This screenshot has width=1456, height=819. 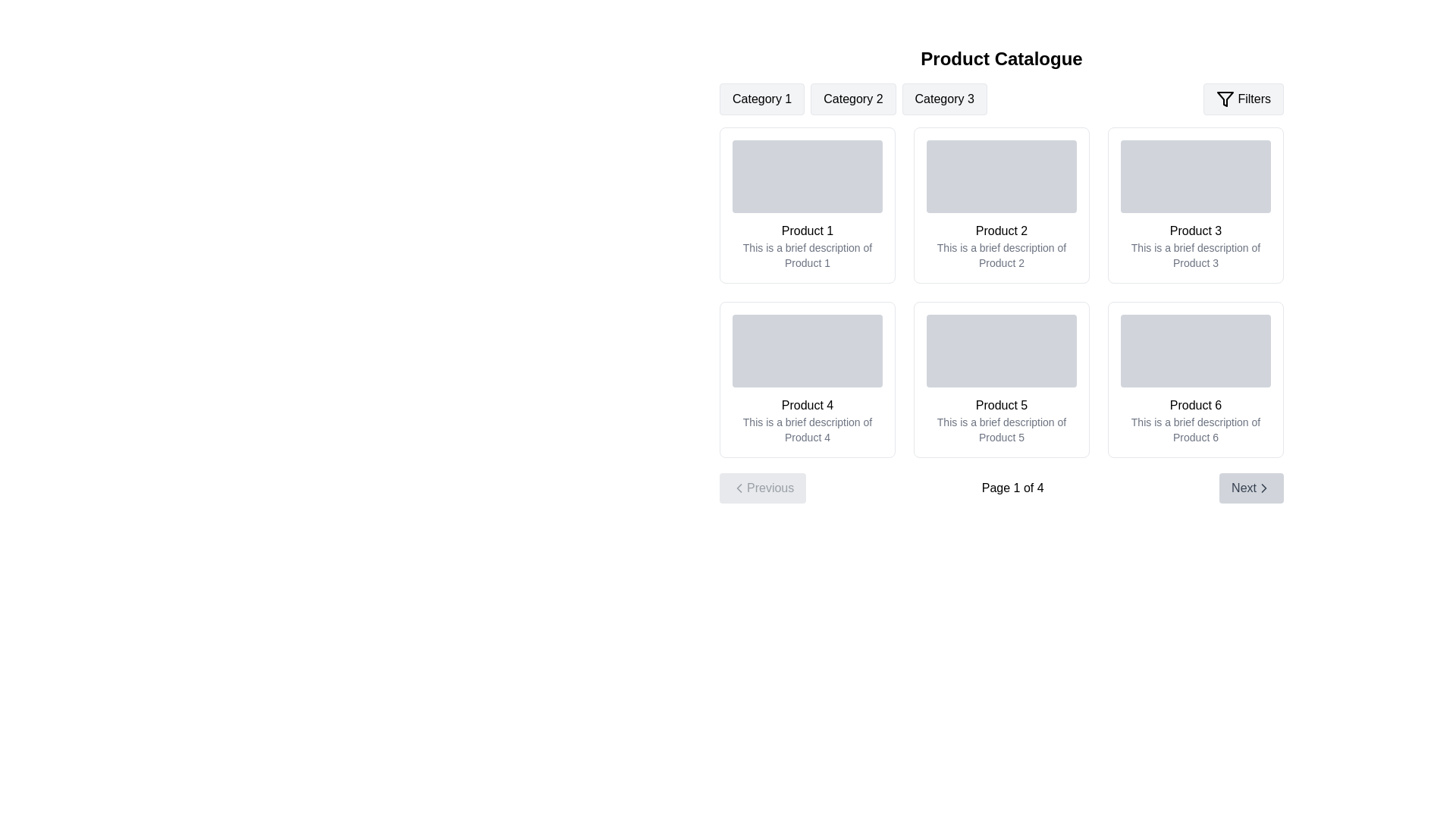 What do you see at coordinates (853, 99) in the screenshot?
I see `the 'Category 2' button, which is a rectangular button with rounded corners and a light gray background, located between 'Category 1' and 'Category 3' in the interface` at bounding box center [853, 99].